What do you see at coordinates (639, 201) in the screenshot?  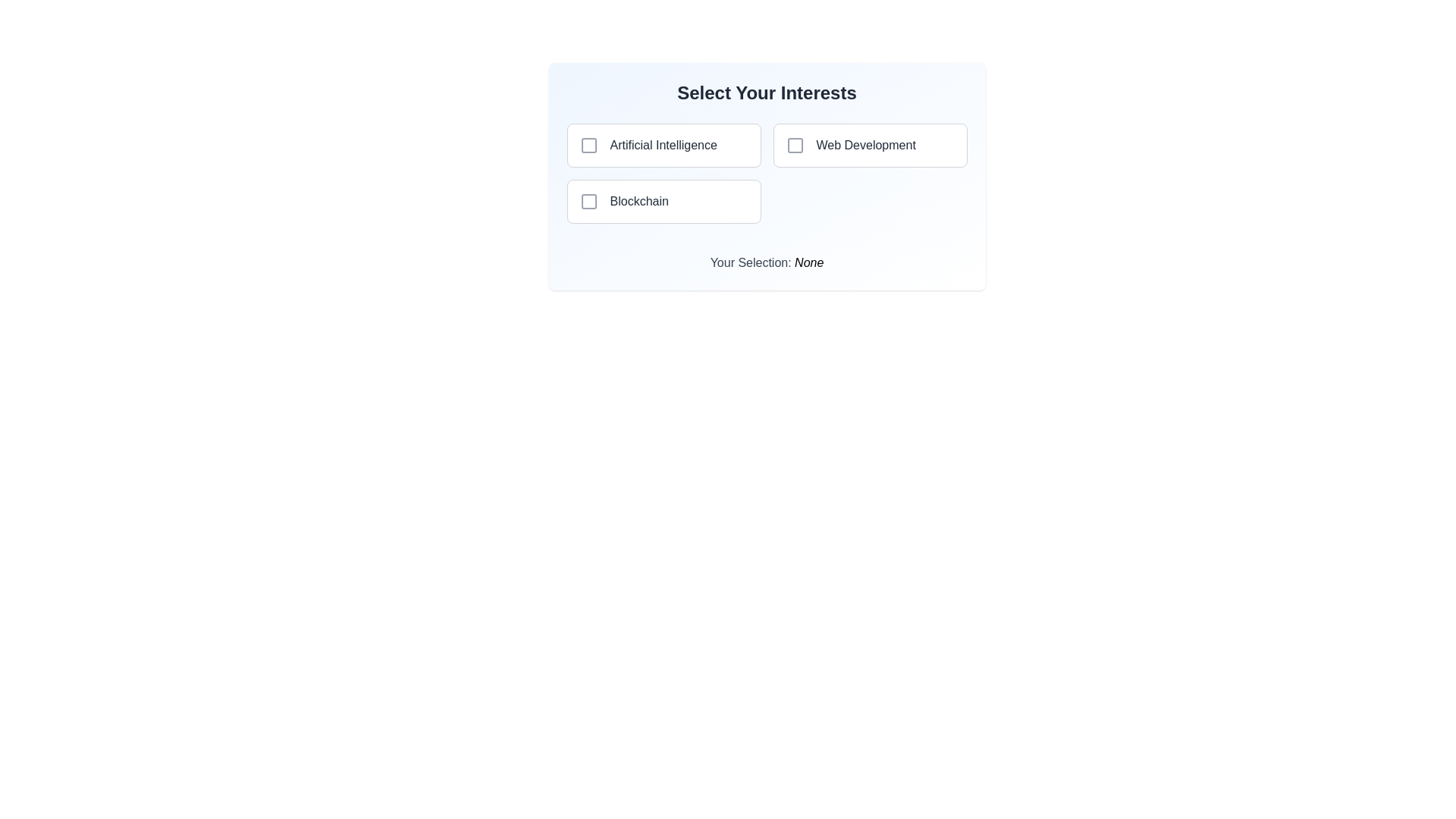 I see `the 'Blockchain' text label, which is displayed in dark gray within a clickable card on the lower-left side of the interest selection grid` at bounding box center [639, 201].